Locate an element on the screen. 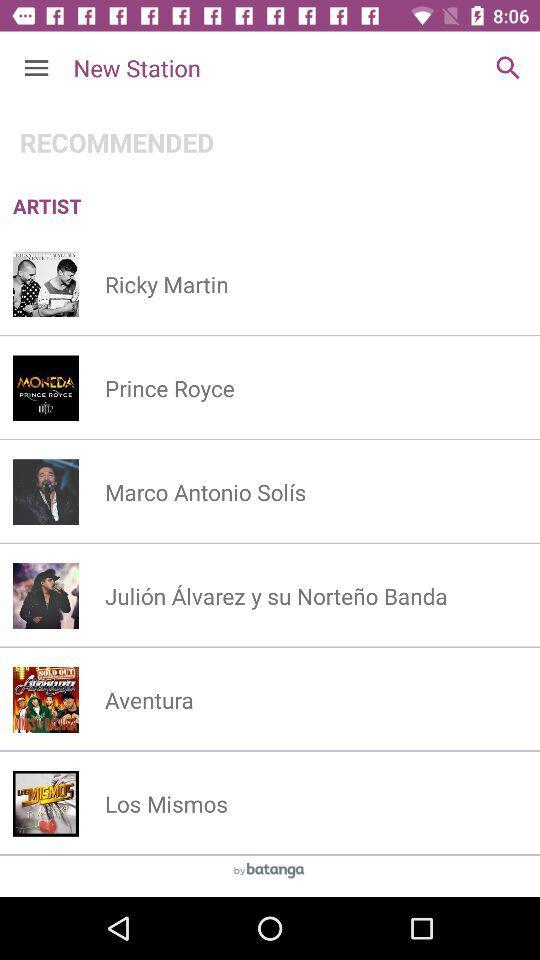 The width and height of the screenshot is (540, 960). the fourth image in display from recommended is located at coordinates (46, 595).